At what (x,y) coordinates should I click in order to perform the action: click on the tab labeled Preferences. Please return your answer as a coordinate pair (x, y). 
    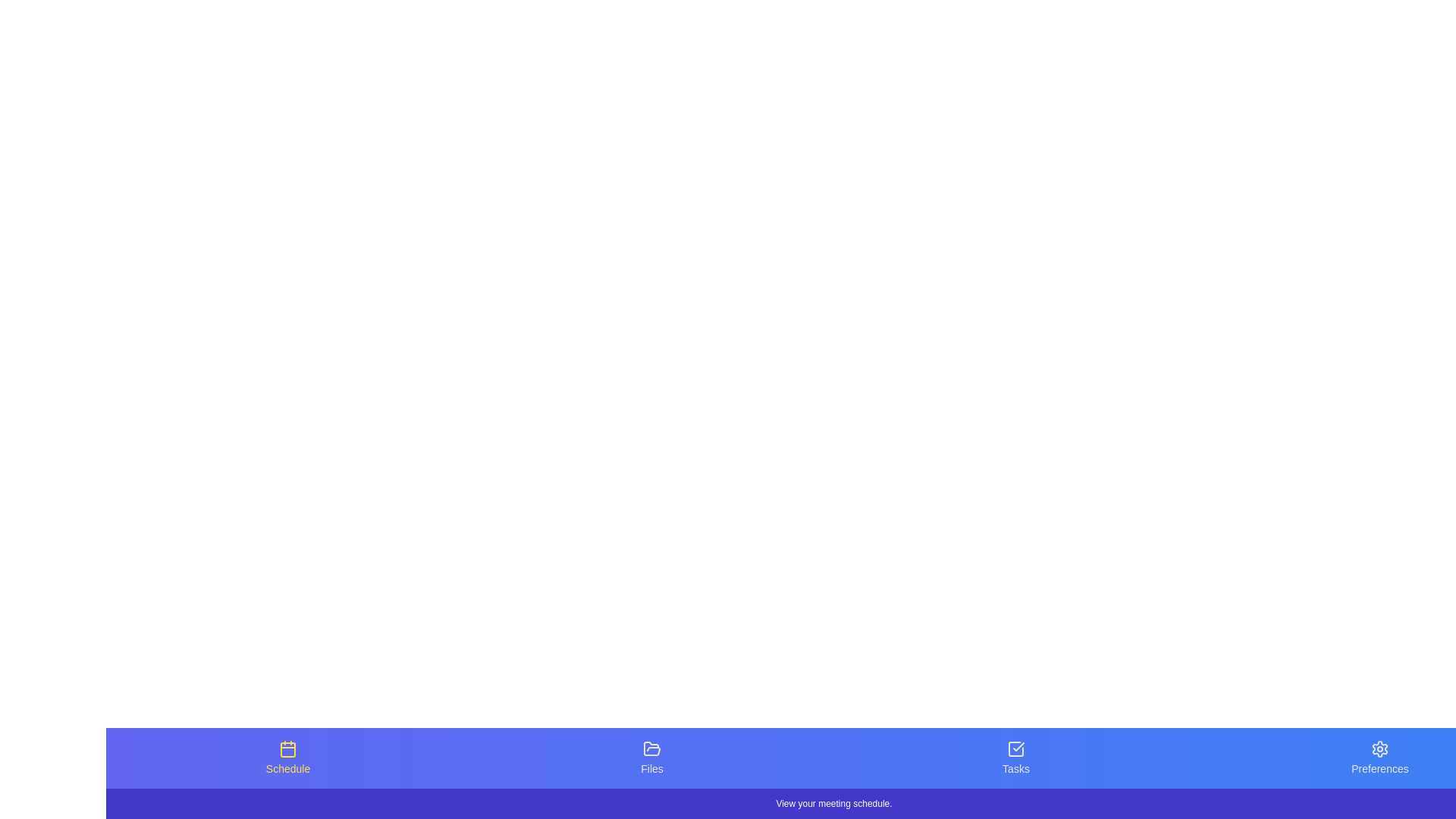
    Looking at the image, I should click on (1379, 758).